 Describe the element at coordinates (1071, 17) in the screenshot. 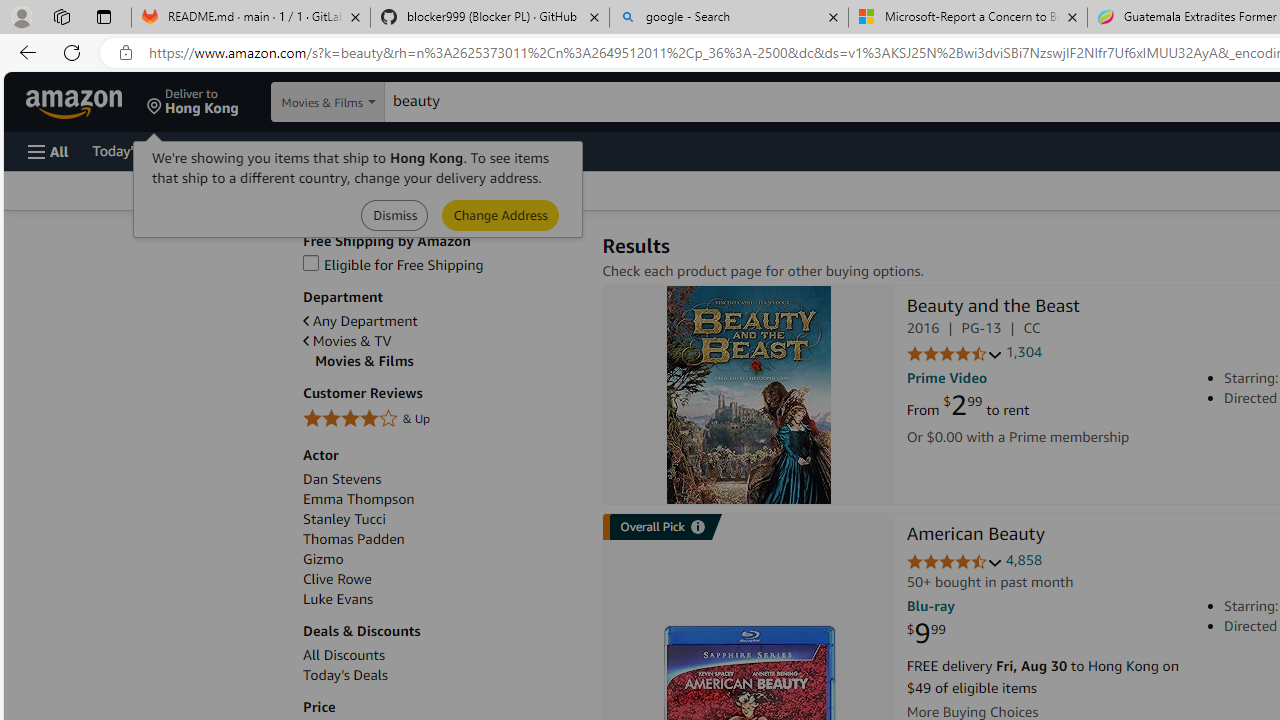

I see `'Close tab'` at that location.